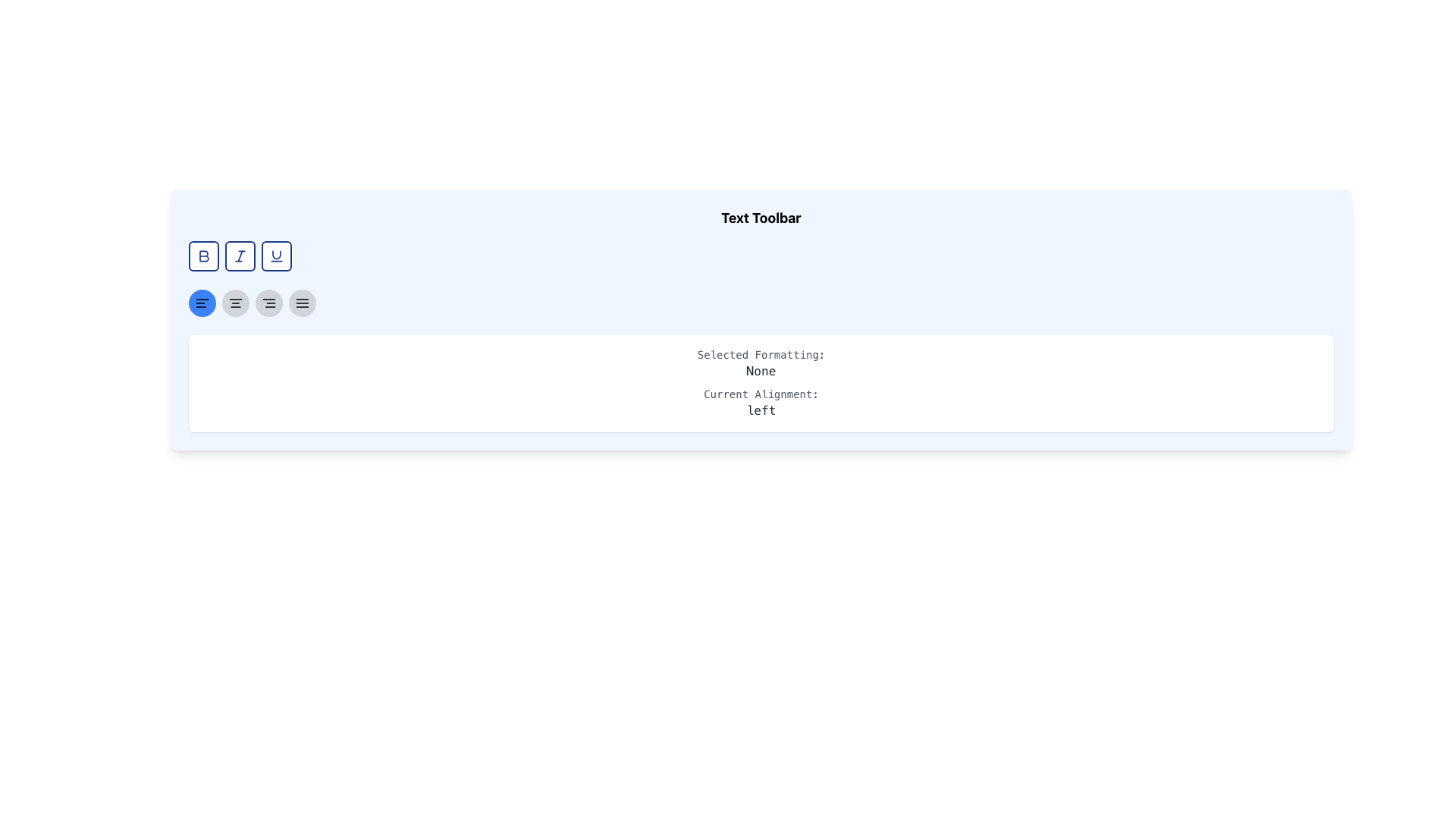  I want to click on the underline formatting button located in the upper part of the interface, which is the fourth button in the horizontal toolbar, so click(276, 256).